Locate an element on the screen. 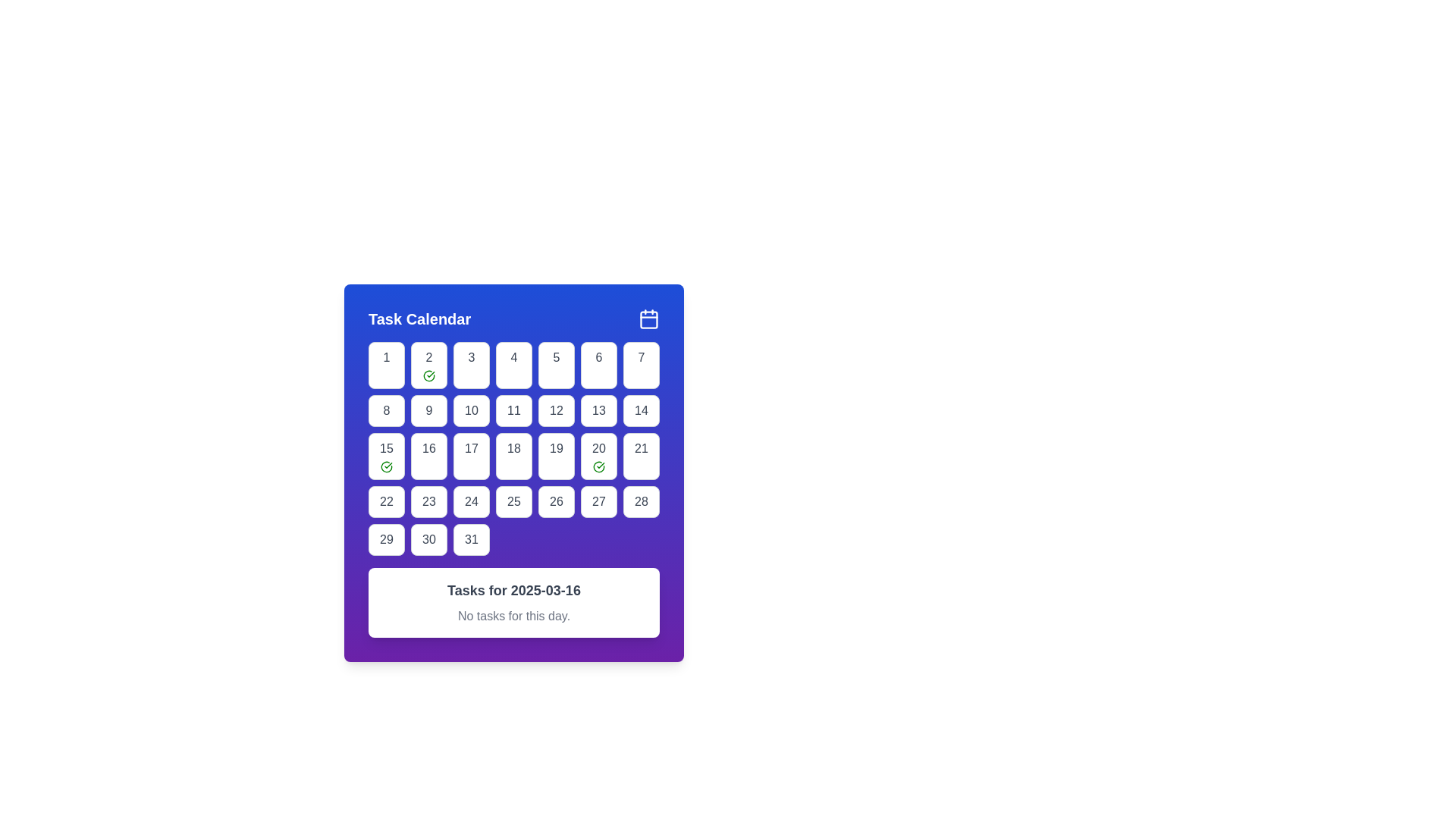  the textual element representing the day '14' in the calendar grid is located at coordinates (641, 411).